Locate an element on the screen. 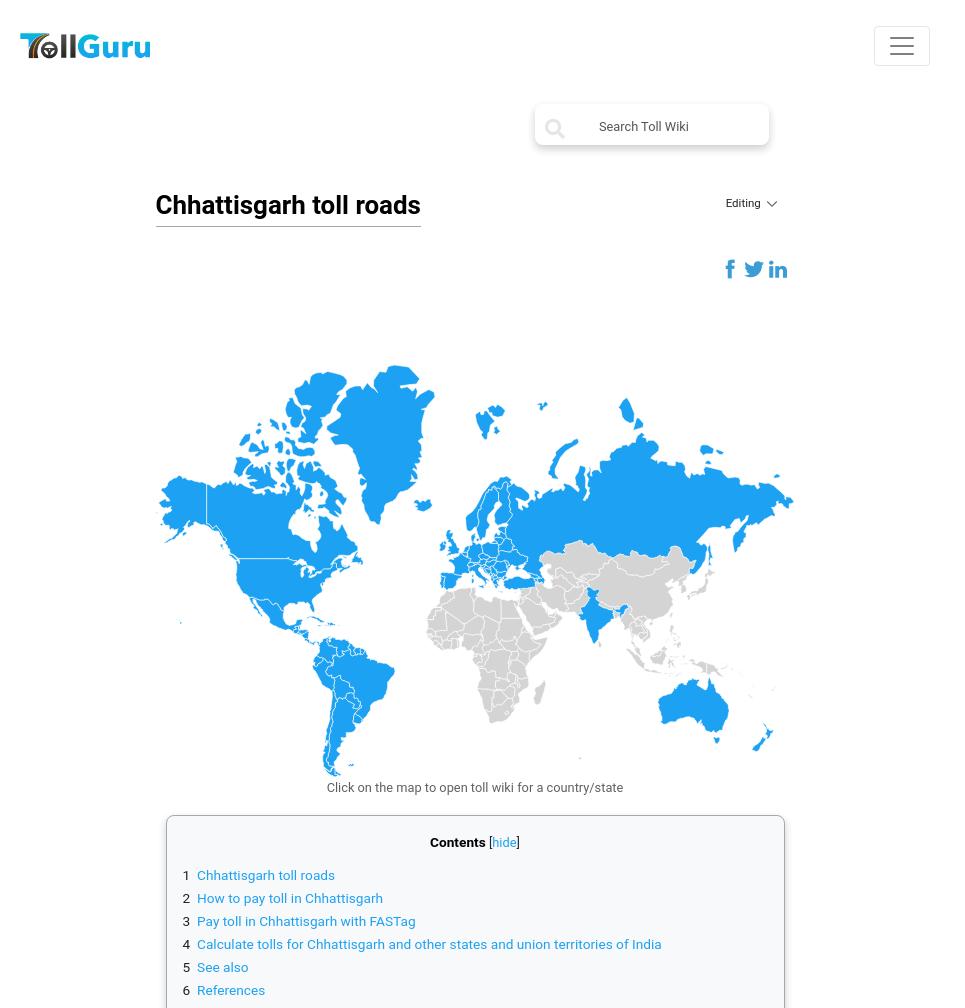  'Calculate tolls for  Chhattisgarh and other states and union territories of India' is located at coordinates (429, 943).